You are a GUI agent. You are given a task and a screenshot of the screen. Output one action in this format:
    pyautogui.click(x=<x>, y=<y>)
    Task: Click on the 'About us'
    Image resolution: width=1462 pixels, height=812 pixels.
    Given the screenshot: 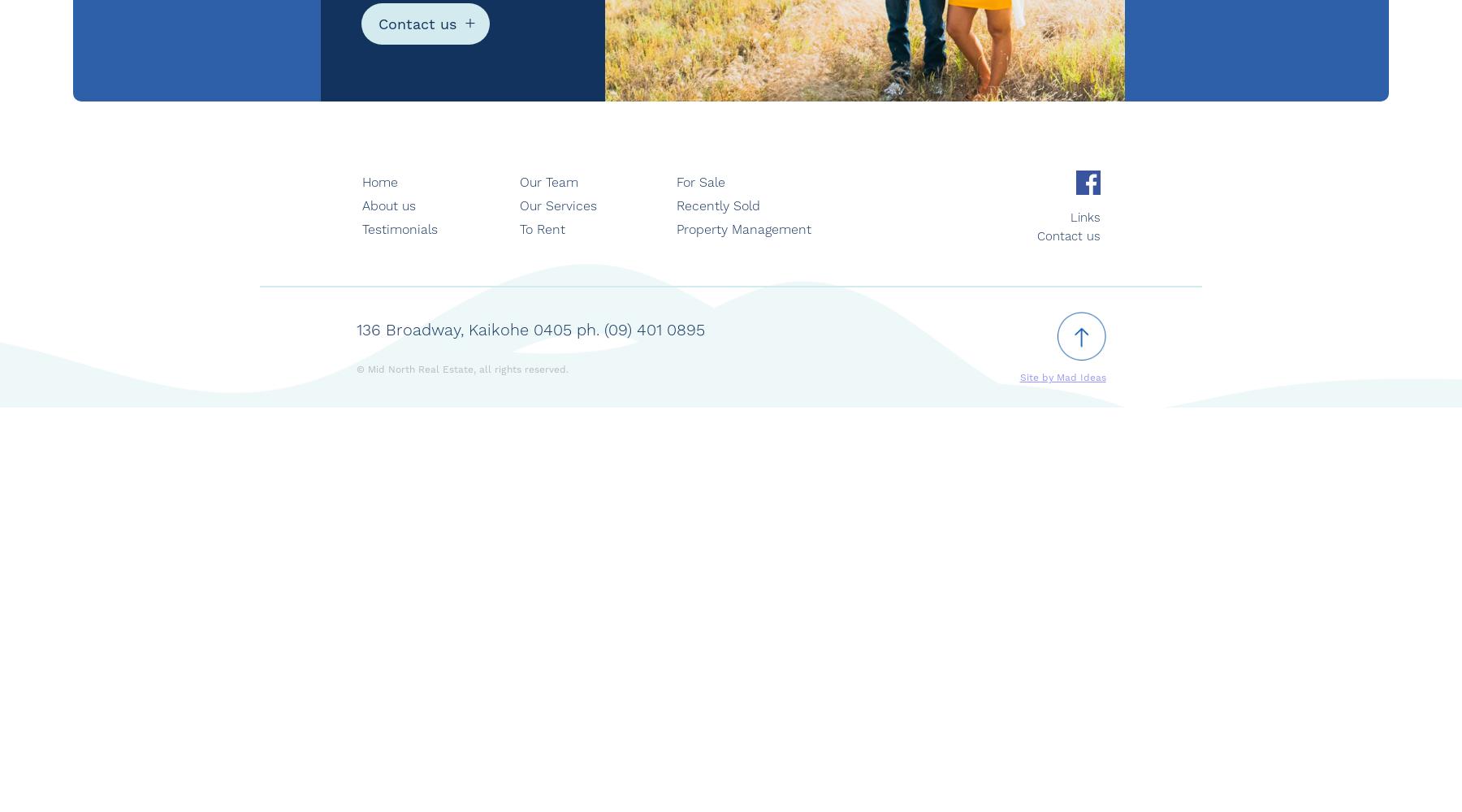 What is the action you would take?
    pyautogui.click(x=387, y=205)
    